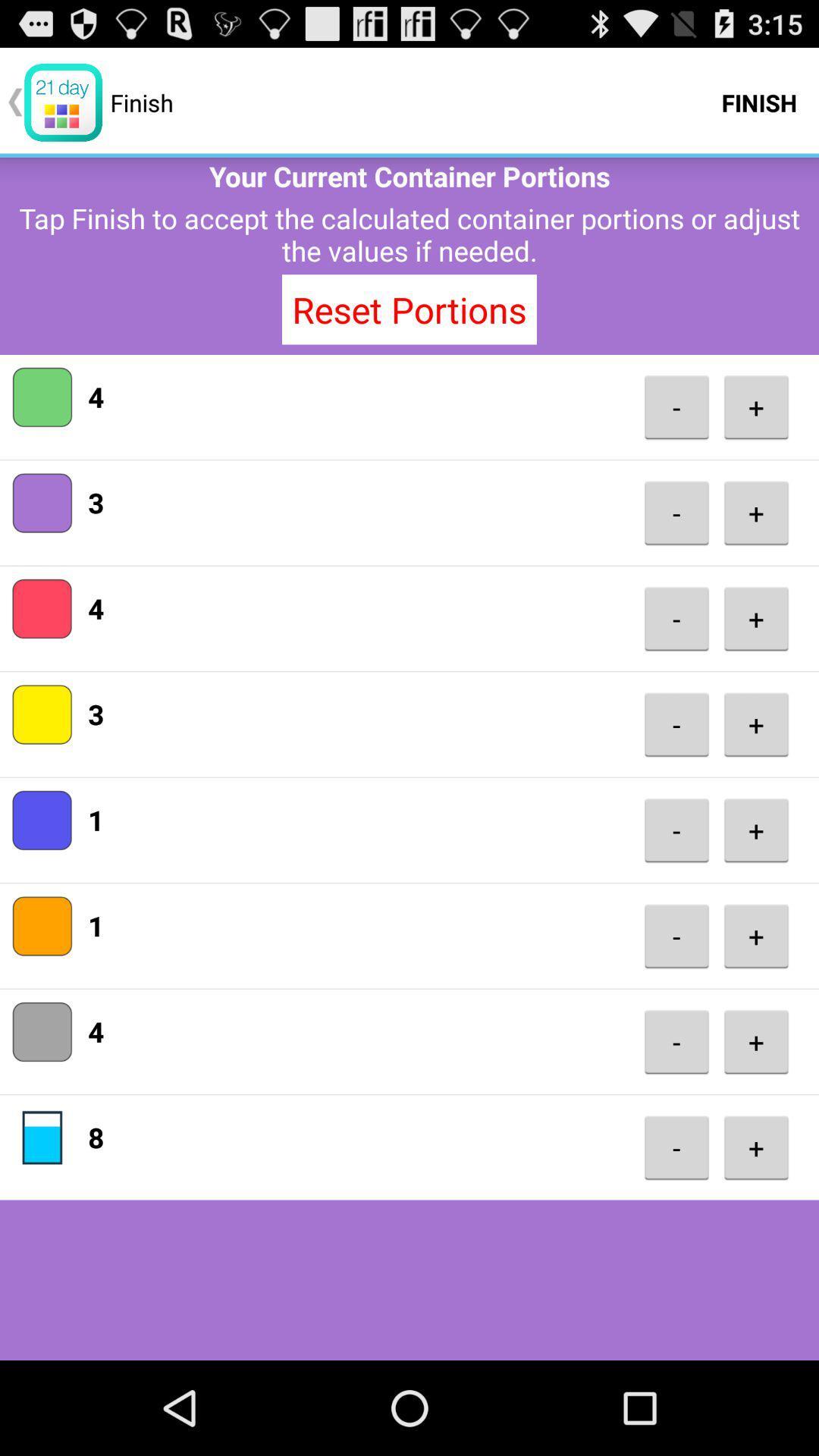 The width and height of the screenshot is (819, 1456). What do you see at coordinates (676, 1147) in the screenshot?
I see `item below the -` at bounding box center [676, 1147].